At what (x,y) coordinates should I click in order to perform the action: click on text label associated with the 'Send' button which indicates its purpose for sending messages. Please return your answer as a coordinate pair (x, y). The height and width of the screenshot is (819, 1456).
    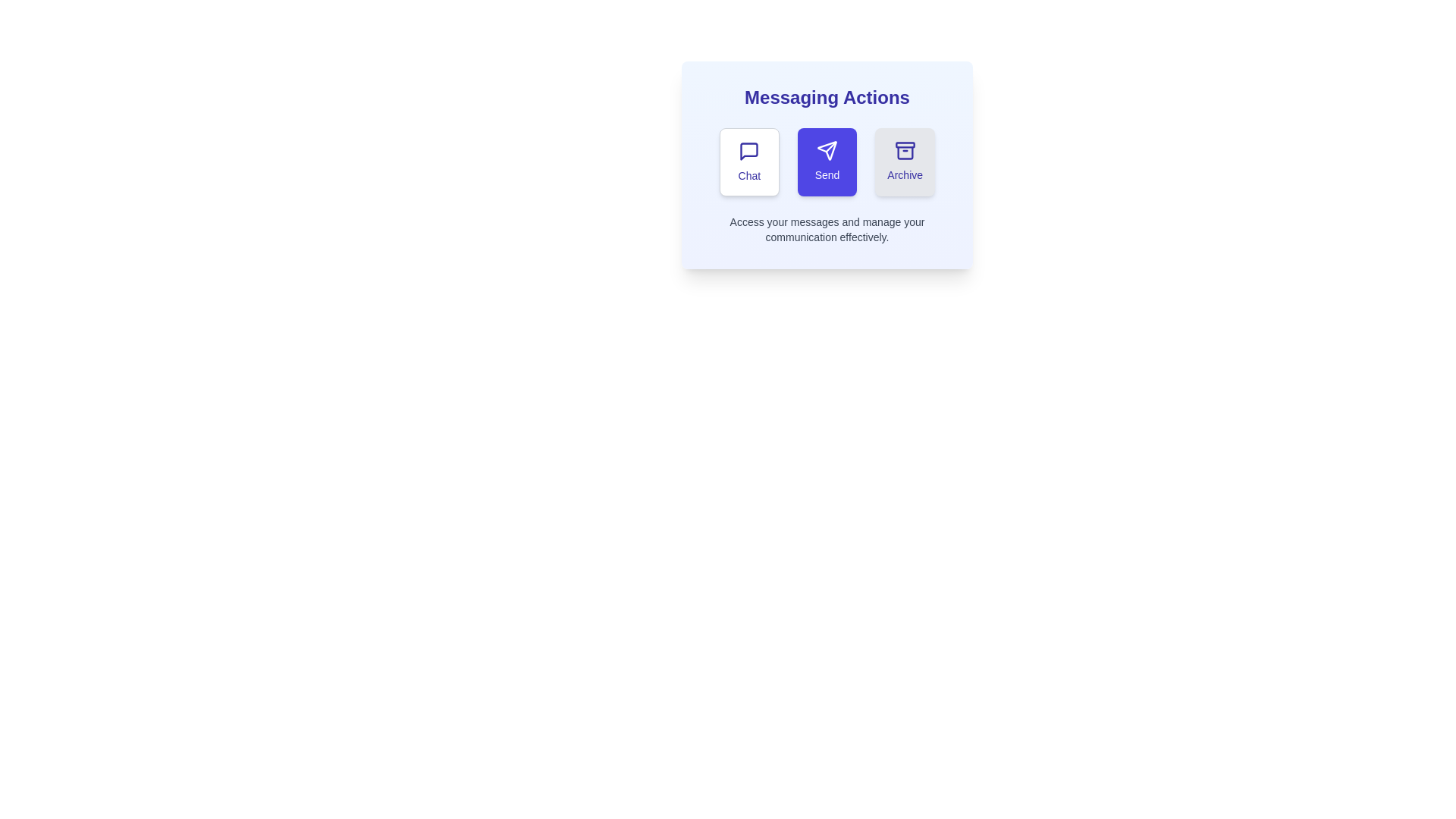
    Looking at the image, I should click on (826, 174).